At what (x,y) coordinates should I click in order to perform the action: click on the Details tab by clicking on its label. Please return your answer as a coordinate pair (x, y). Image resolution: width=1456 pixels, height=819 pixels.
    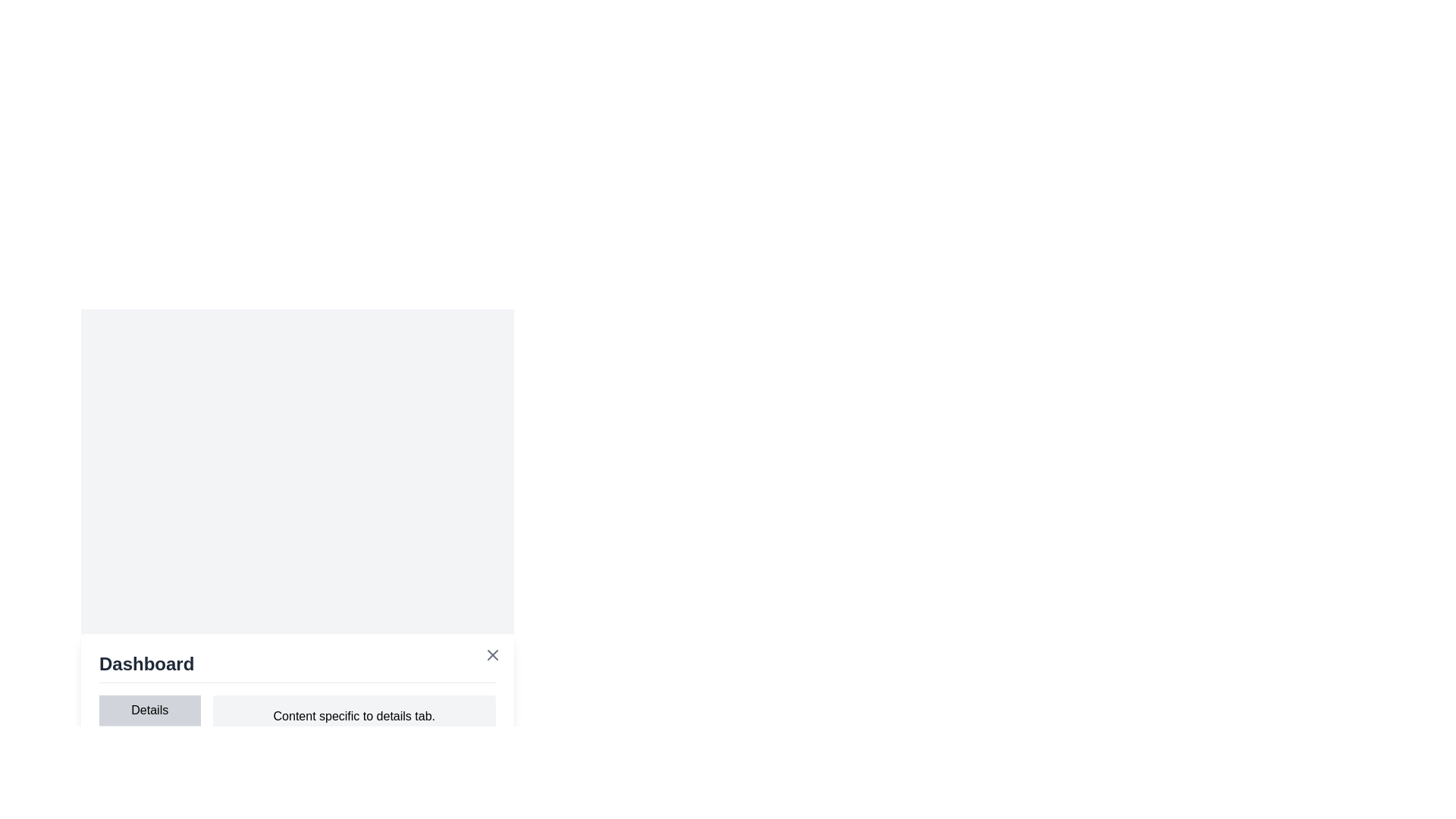
    Looking at the image, I should click on (149, 711).